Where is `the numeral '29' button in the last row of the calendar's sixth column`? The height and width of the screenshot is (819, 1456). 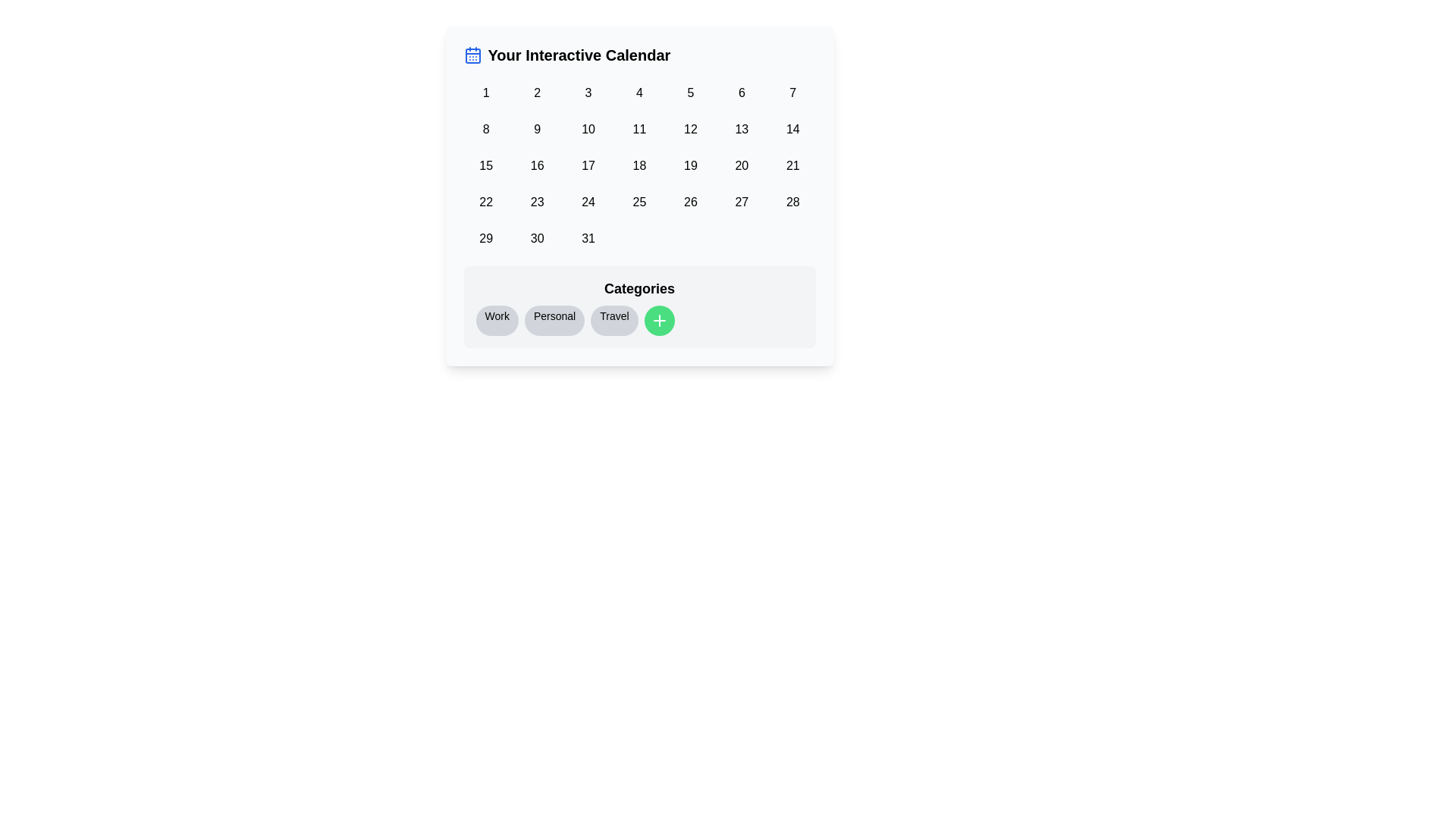
the numeral '29' button in the last row of the calendar's sixth column is located at coordinates (486, 239).